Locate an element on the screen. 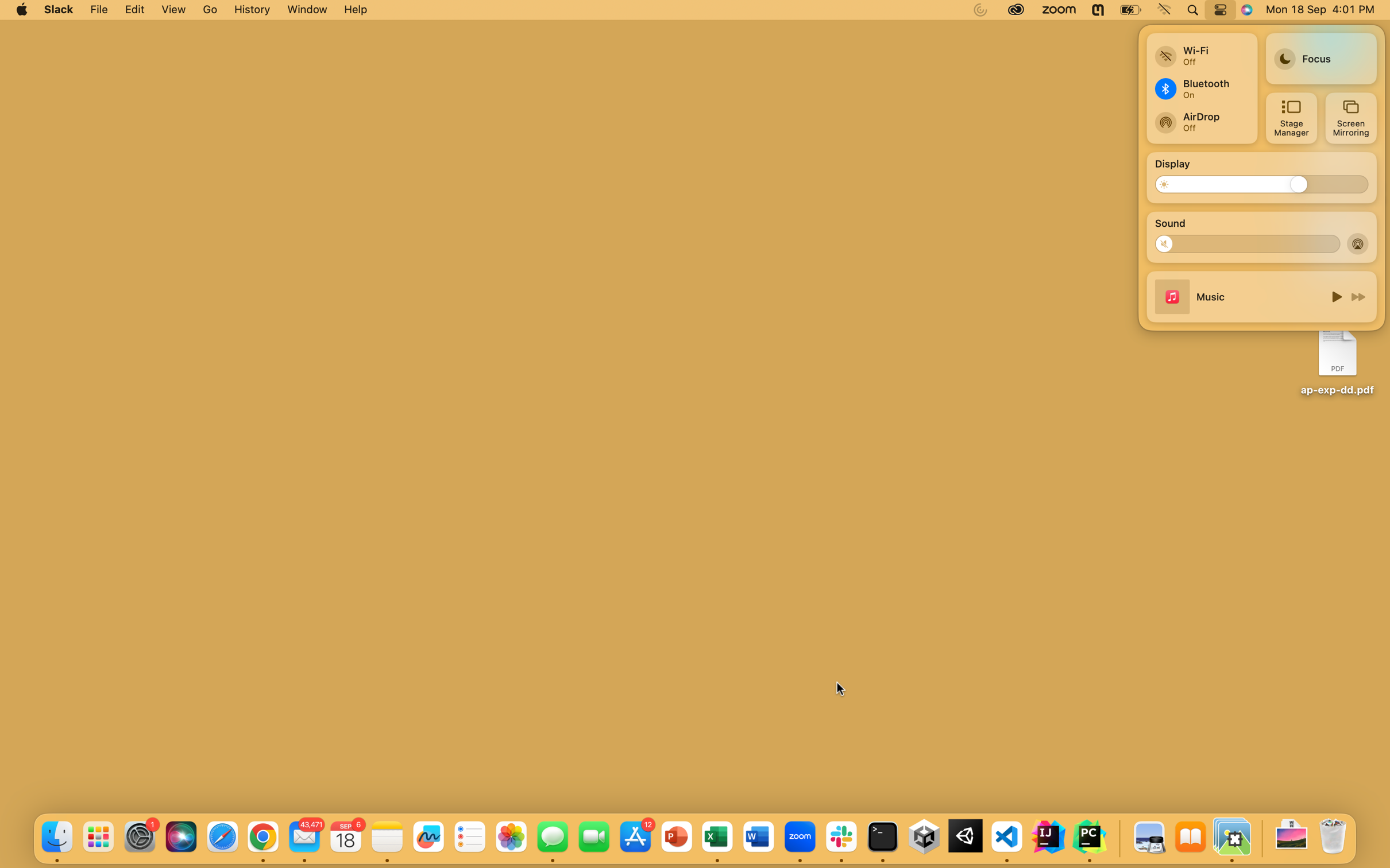 Image resolution: width=1390 pixels, height=868 pixels. Activate screen mirroring feature is located at coordinates (1349, 118).